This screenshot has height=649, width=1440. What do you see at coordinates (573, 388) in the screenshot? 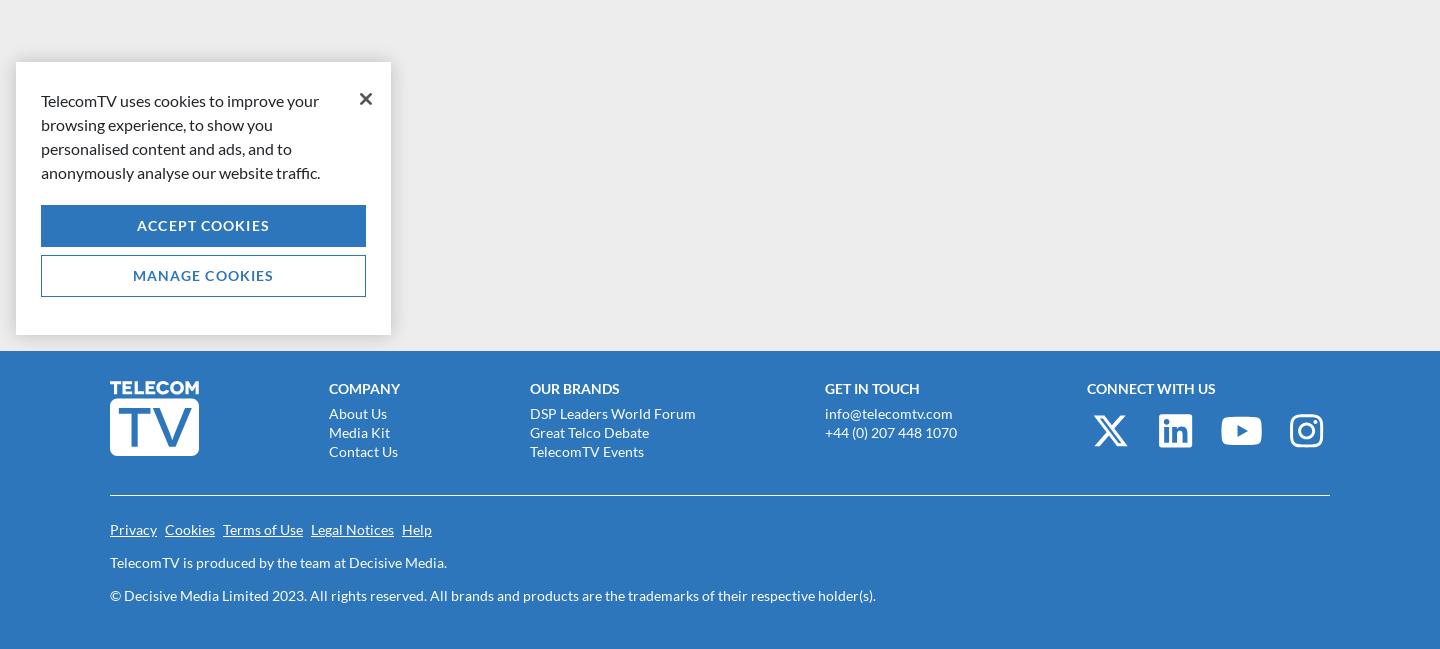
I see `'Our Brands'` at bounding box center [573, 388].